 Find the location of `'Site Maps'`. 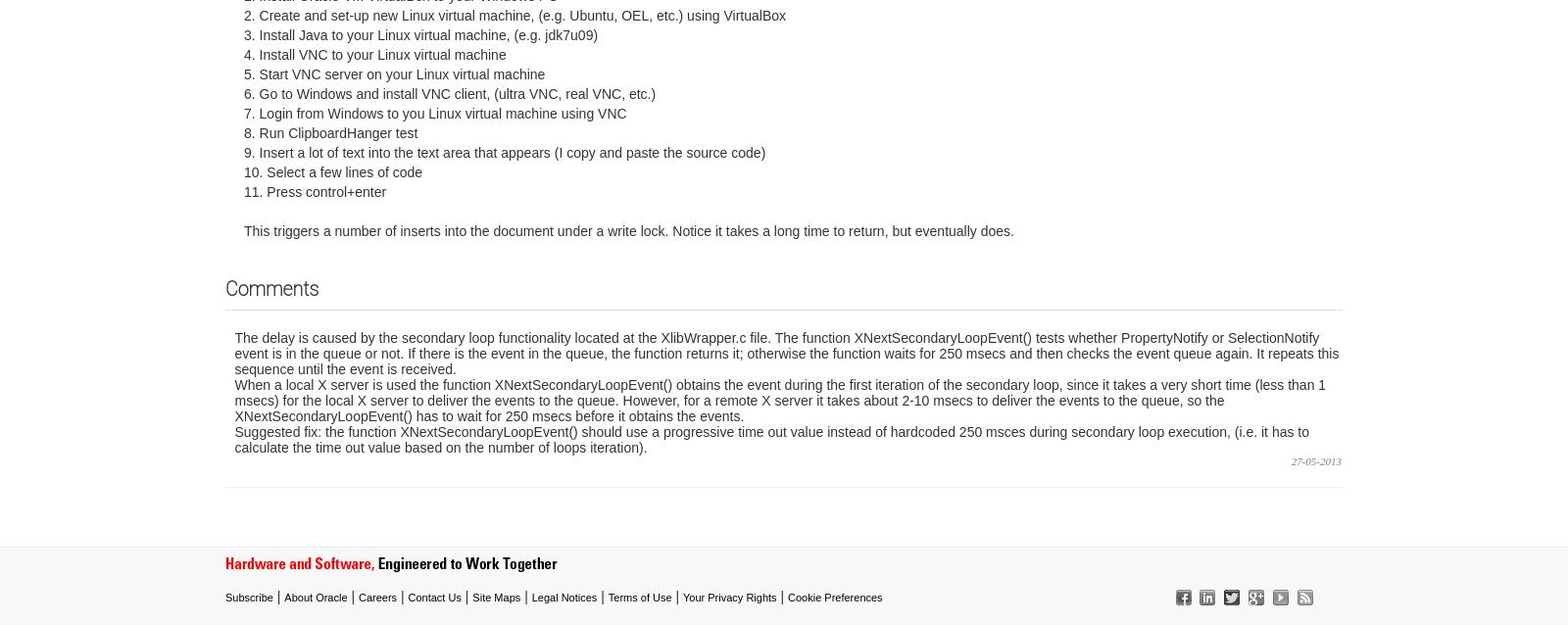

'Site Maps' is located at coordinates (471, 595).